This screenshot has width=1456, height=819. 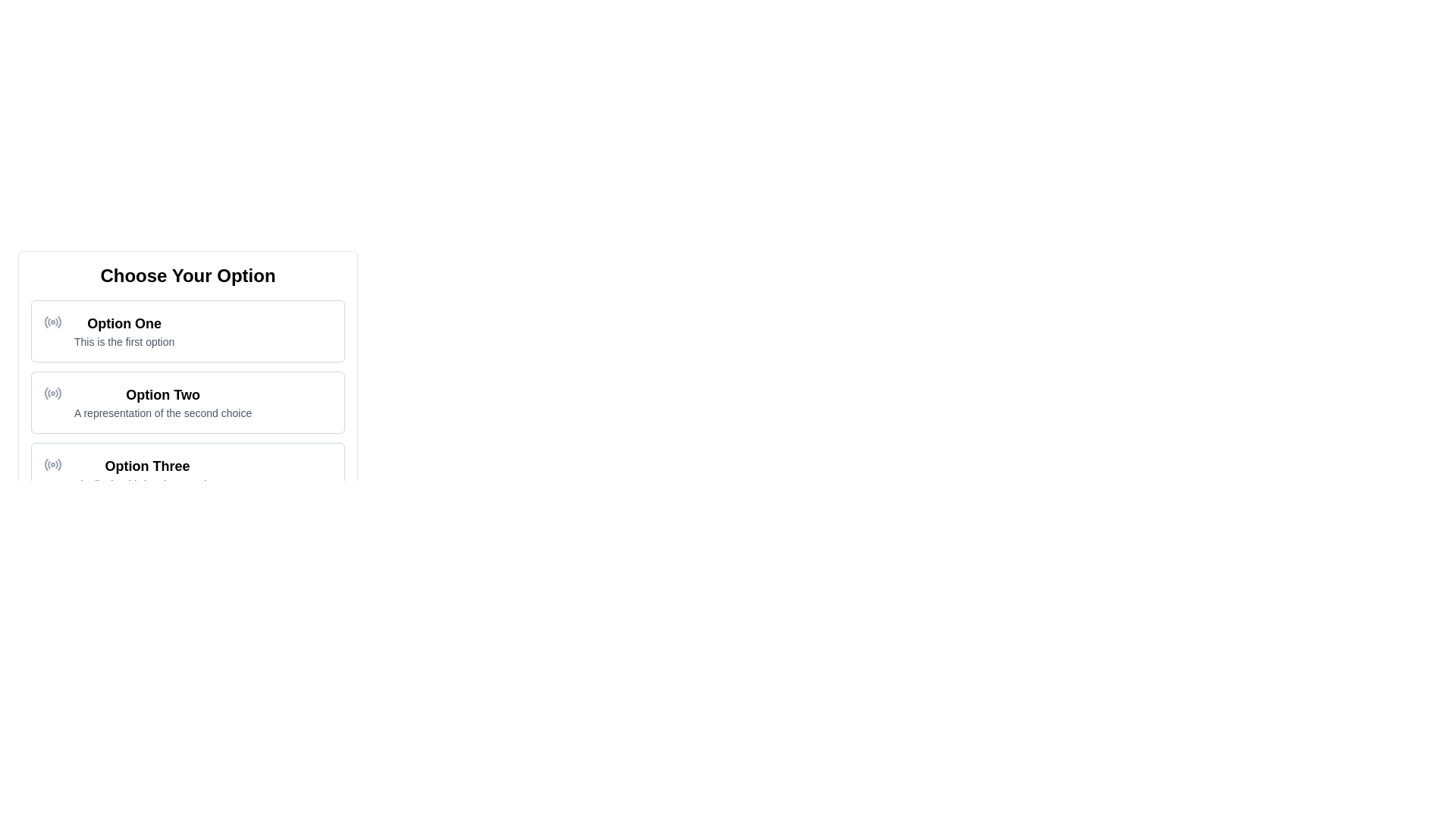 I want to click on the radio button option labeled 'Option Two', so click(x=187, y=402).